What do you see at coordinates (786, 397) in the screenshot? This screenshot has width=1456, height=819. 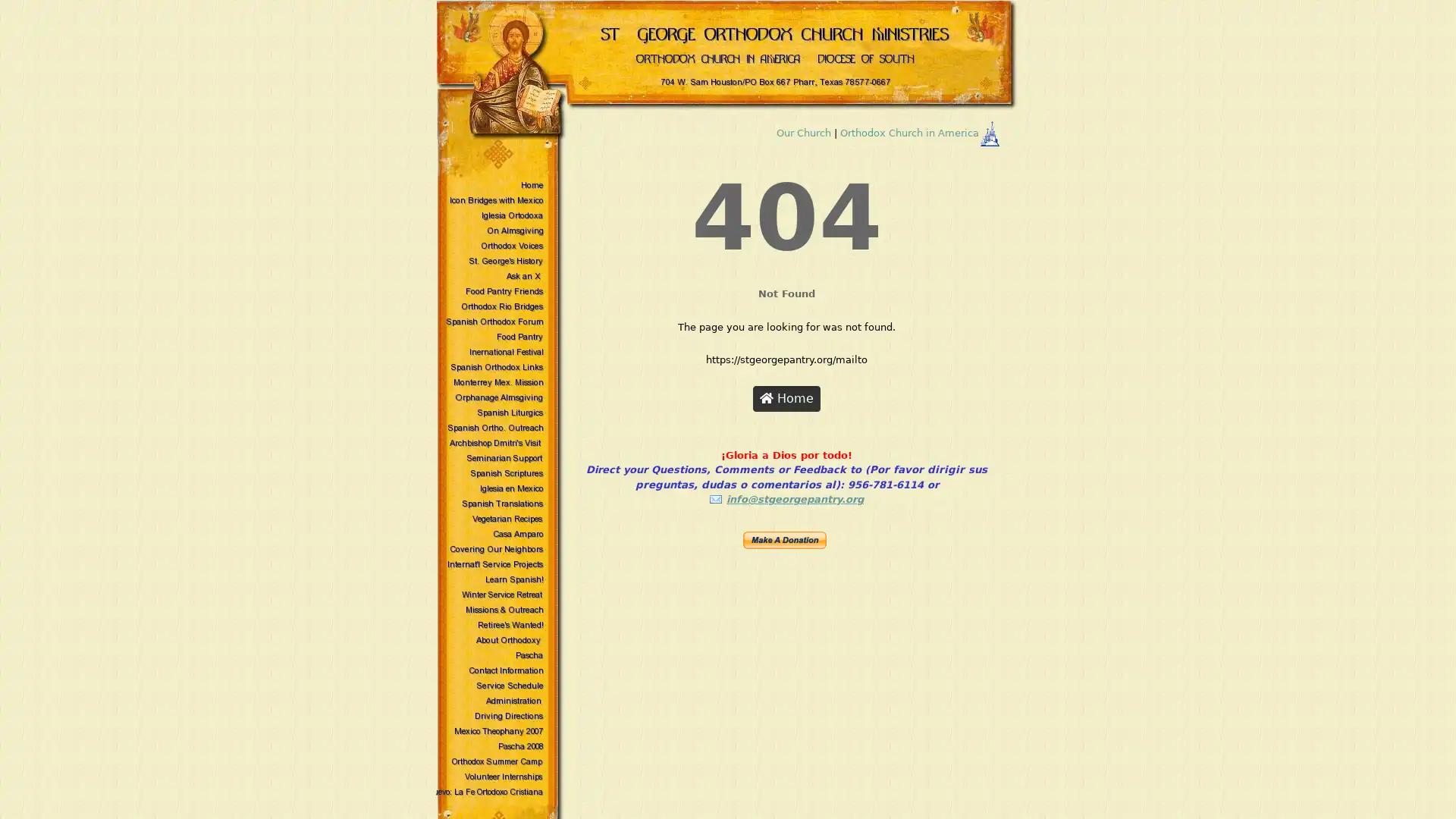 I see `Home` at bounding box center [786, 397].